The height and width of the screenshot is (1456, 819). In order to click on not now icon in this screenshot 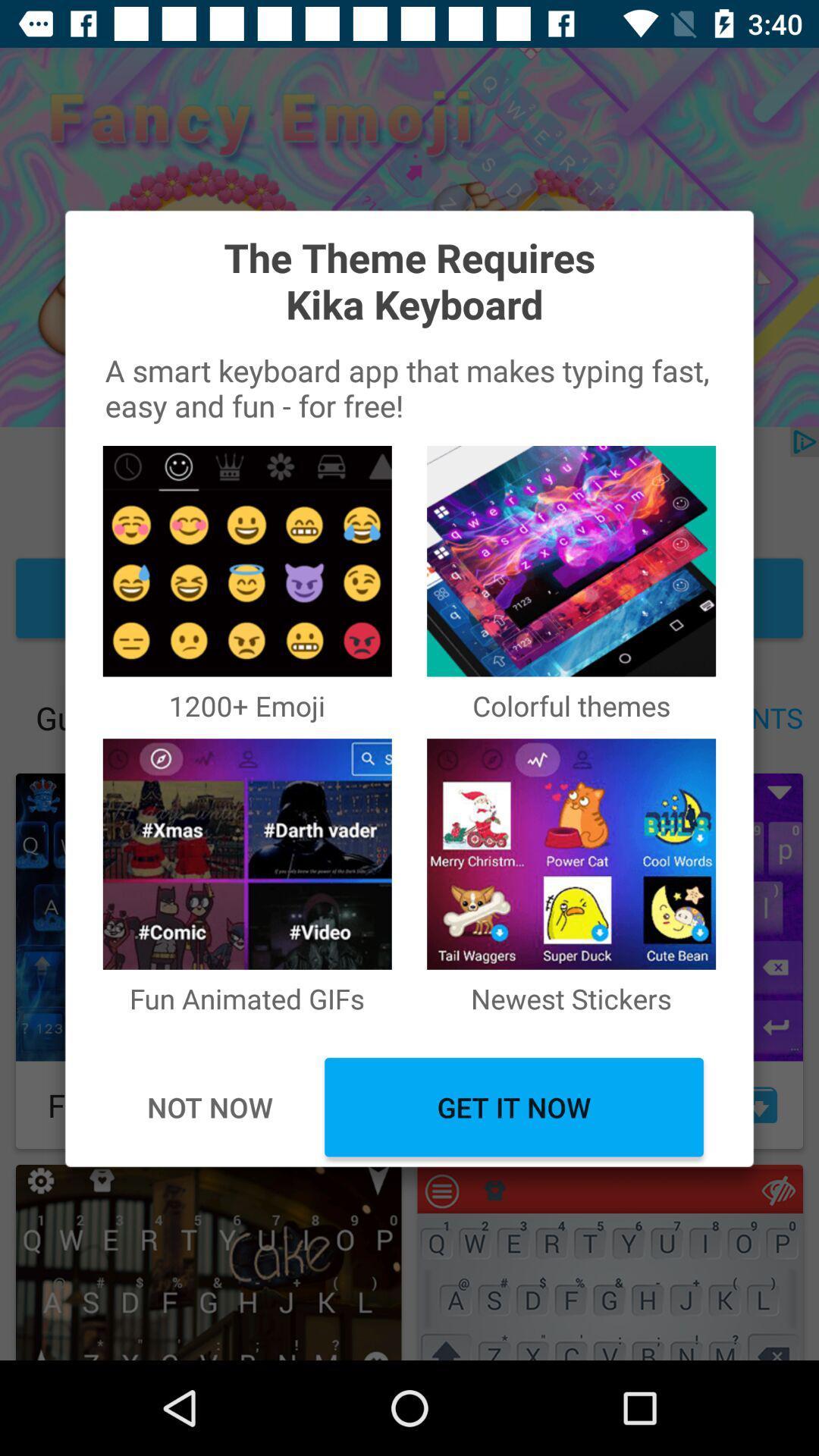, I will do `click(209, 1107)`.